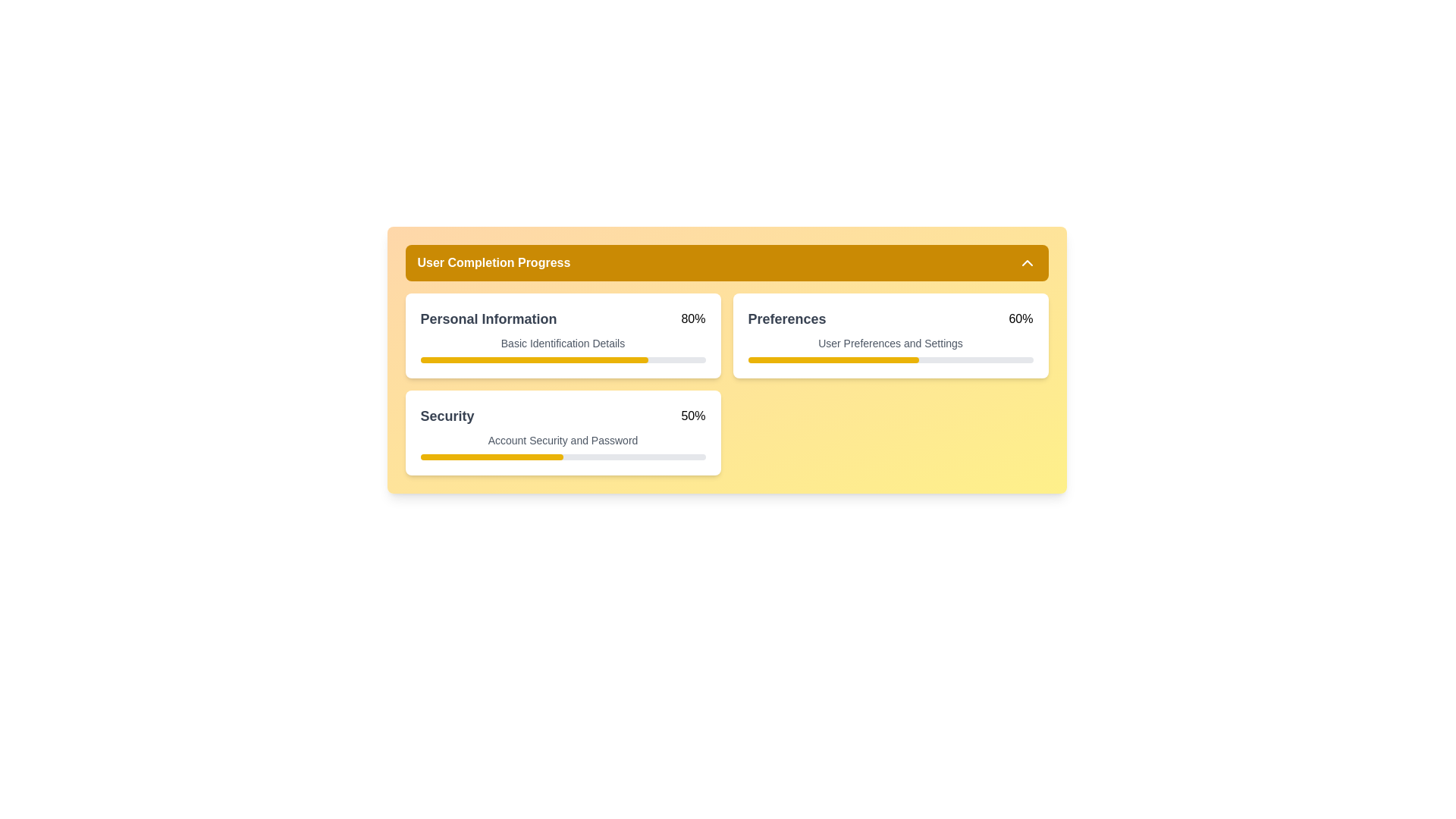 The width and height of the screenshot is (1456, 819). What do you see at coordinates (488, 318) in the screenshot?
I see `the 'Personal Information' heading text element located in the top-left card of the grid layout, which categorizes personal details` at bounding box center [488, 318].